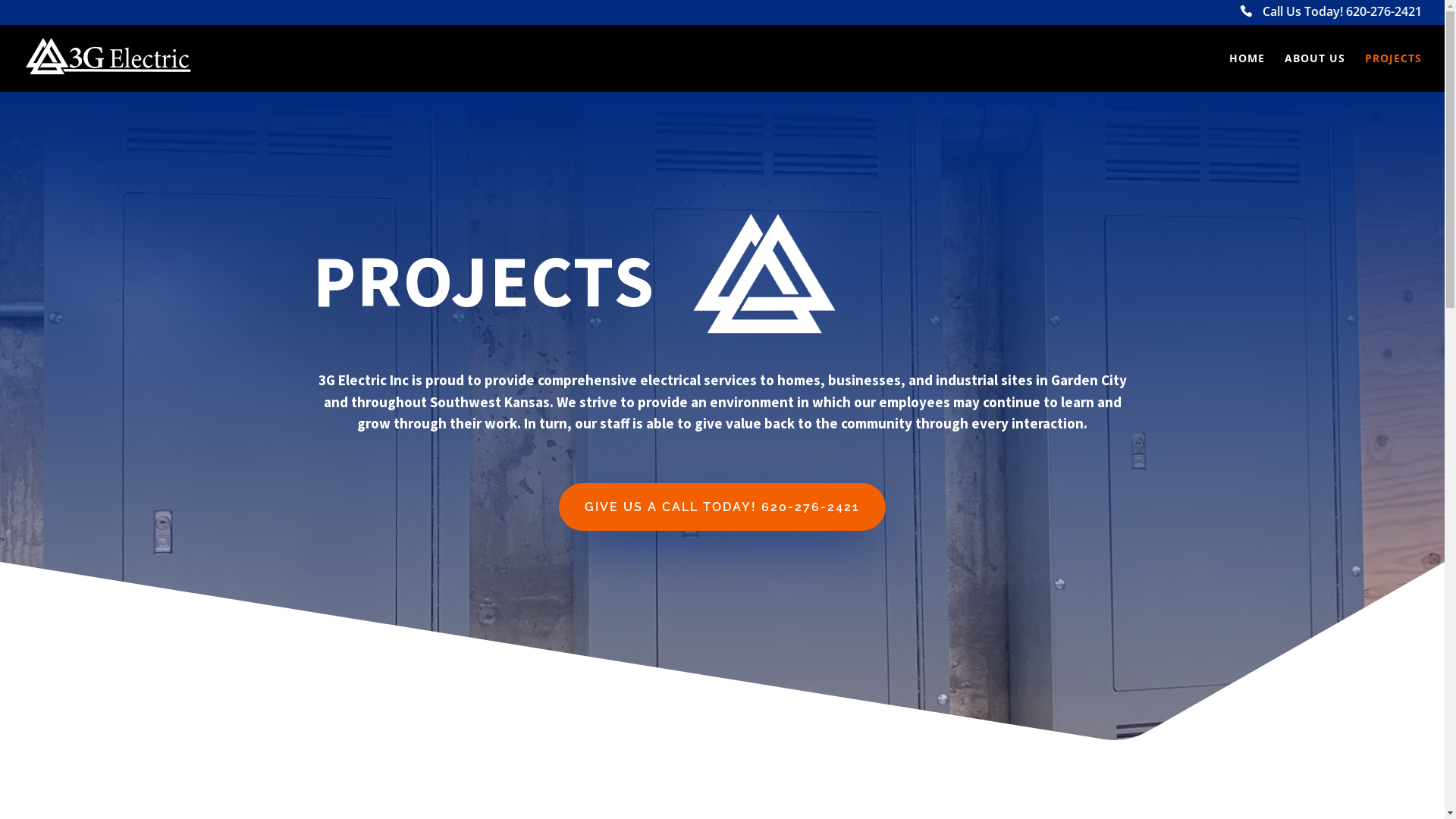 The height and width of the screenshot is (819, 1456). What do you see at coordinates (1393, 72) in the screenshot?
I see `'PROJECTS'` at bounding box center [1393, 72].